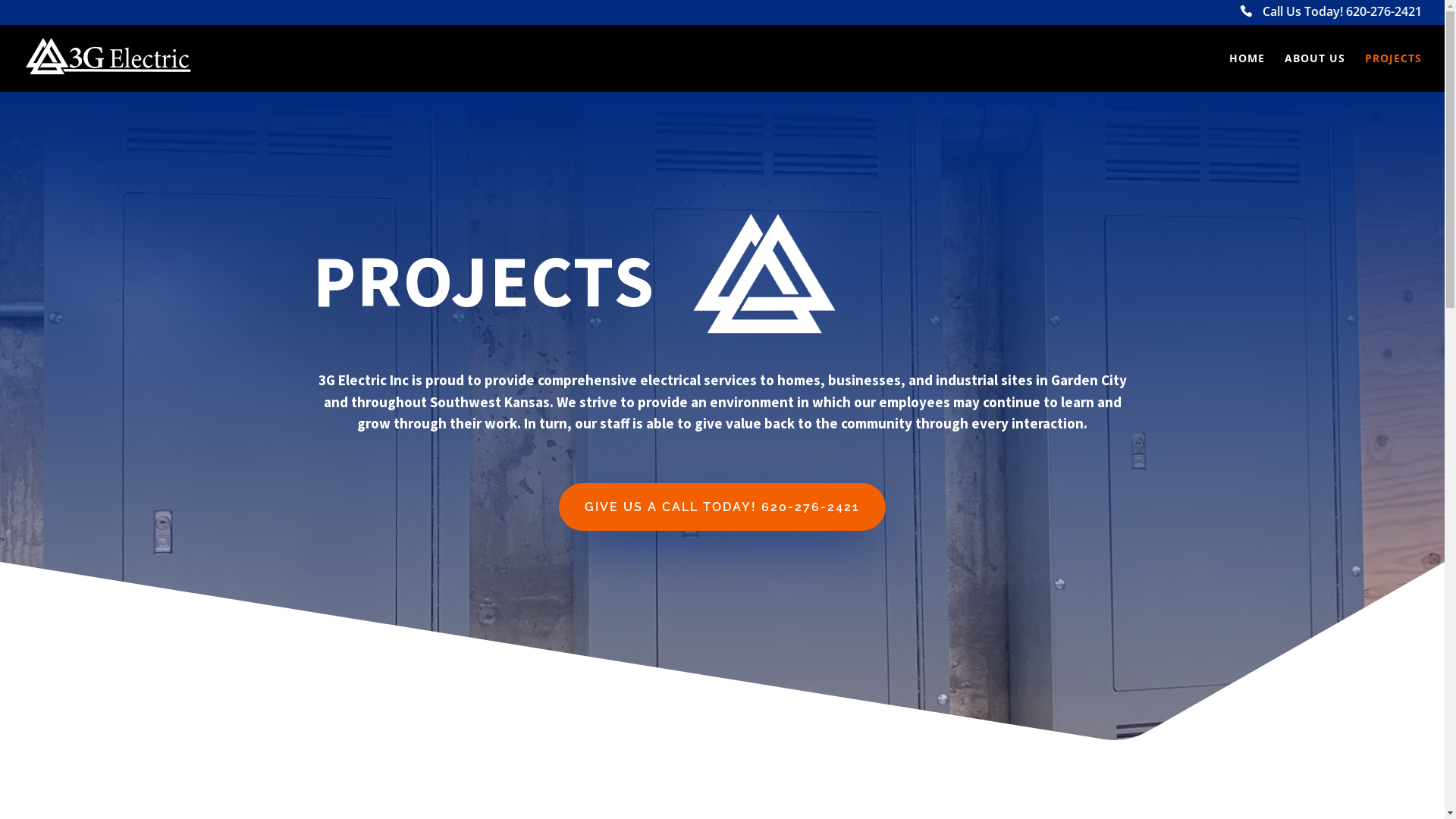 The height and width of the screenshot is (819, 1456). What do you see at coordinates (1393, 72) in the screenshot?
I see `'PROJECTS'` at bounding box center [1393, 72].